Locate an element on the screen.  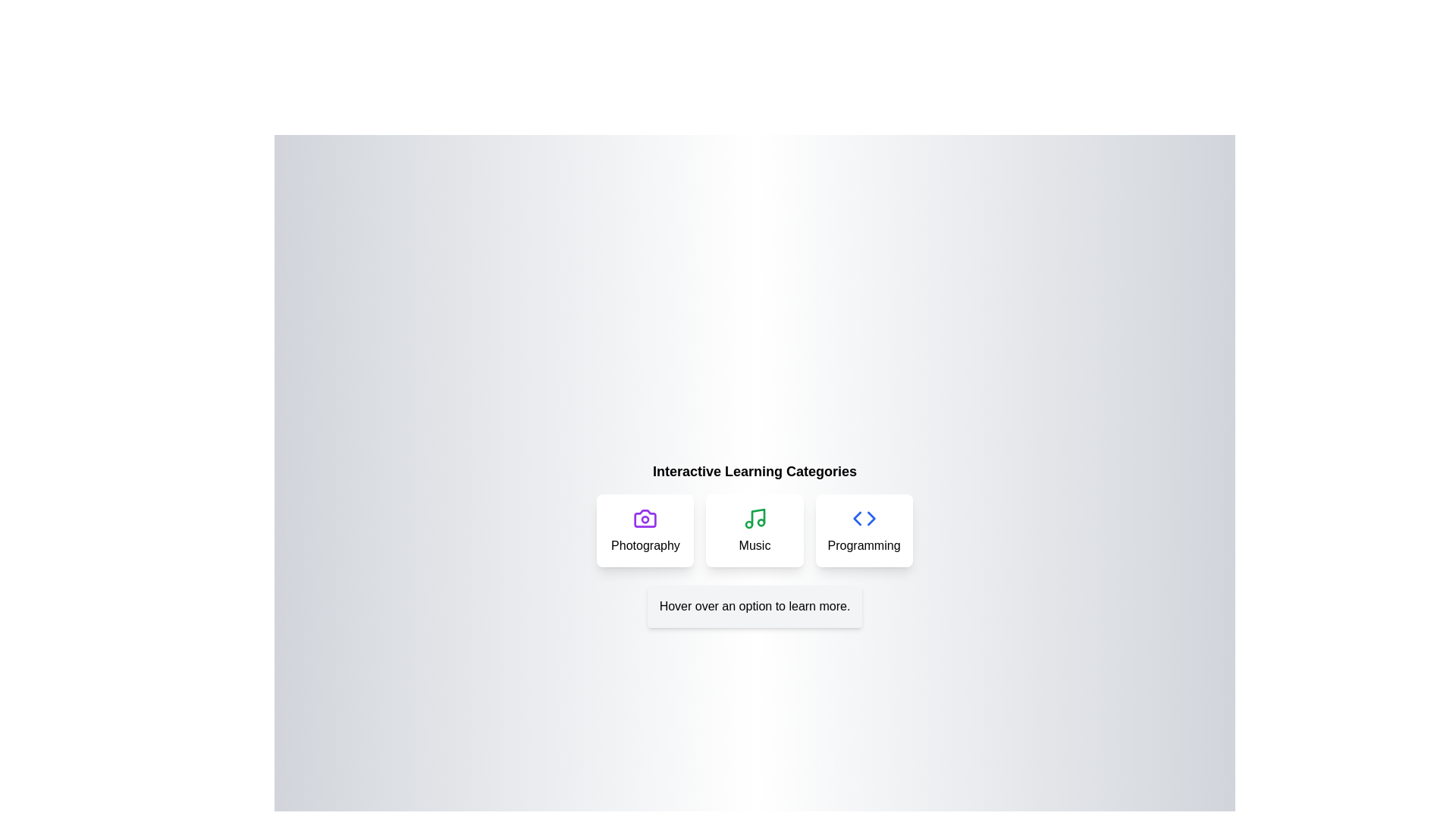
the Programming icon located in the top-center area of the Programming card, which is positioned above the text label 'Programming' is located at coordinates (864, 517).